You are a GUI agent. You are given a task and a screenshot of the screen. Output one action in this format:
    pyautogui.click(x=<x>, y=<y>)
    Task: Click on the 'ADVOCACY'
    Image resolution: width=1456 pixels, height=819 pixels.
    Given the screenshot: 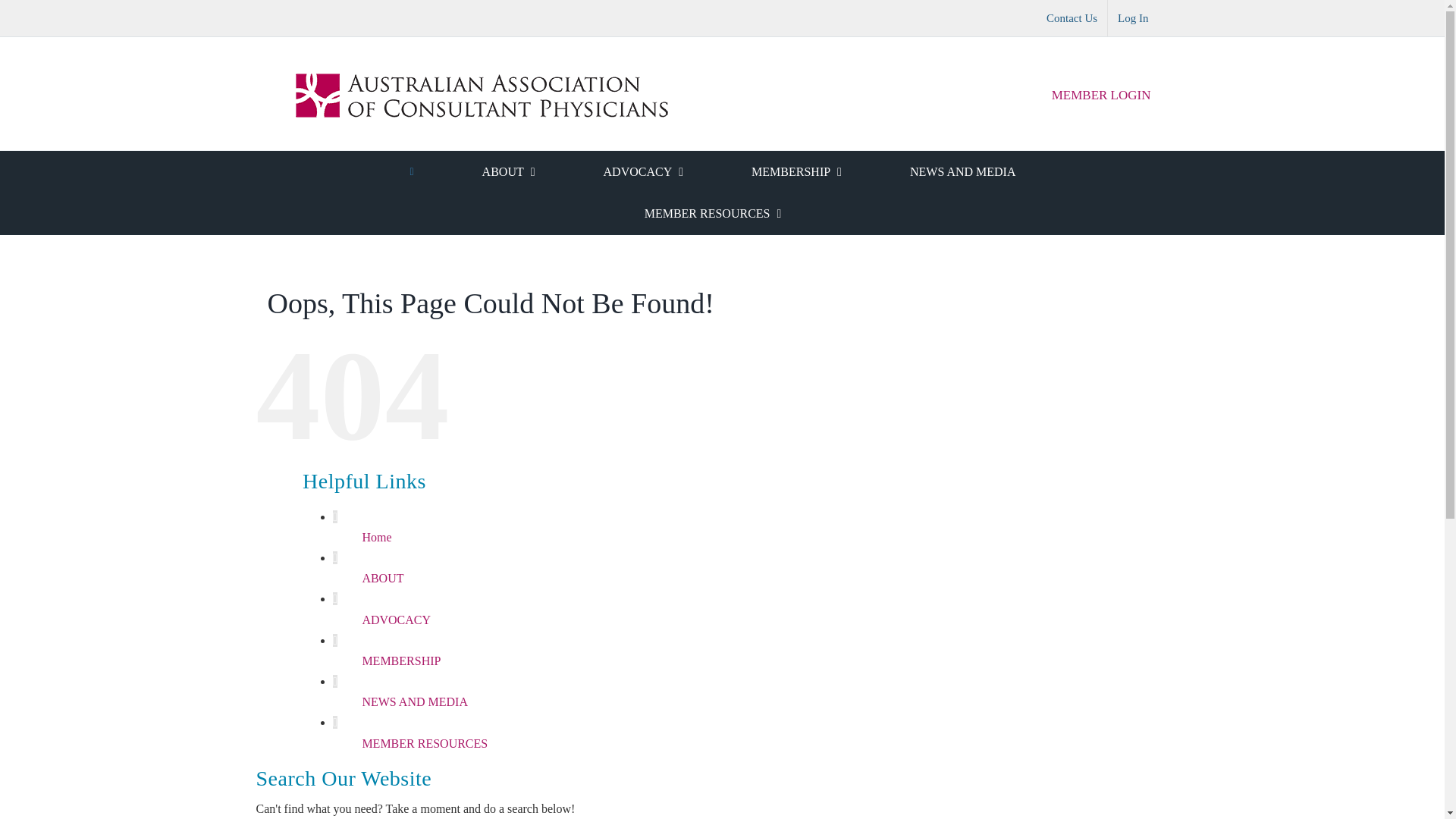 What is the action you would take?
    pyautogui.click(x=643, y=171)
    